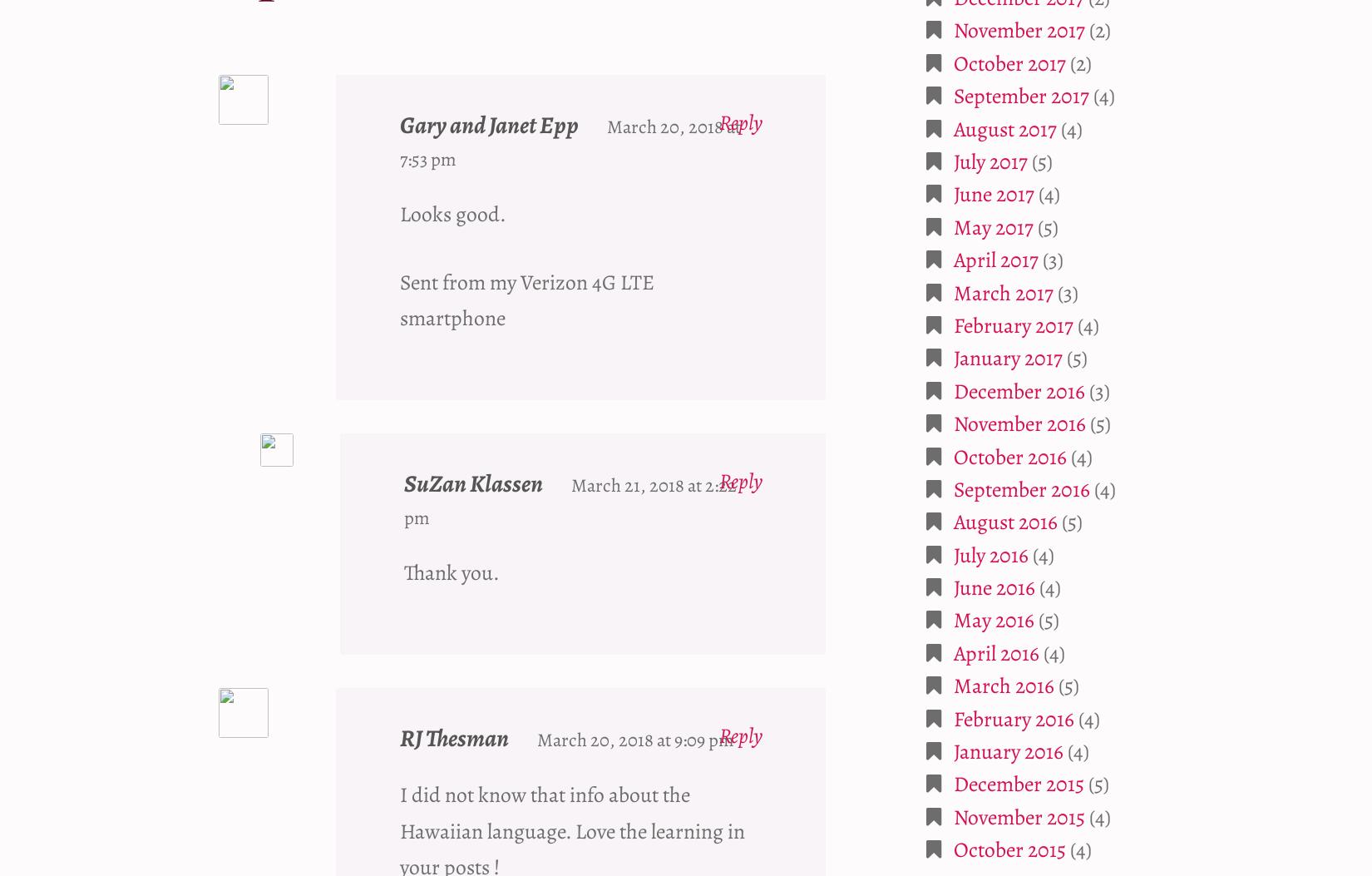 Image resolution: width=1372 pixels, height=876 pixels. What do you see at coordinates (451, 572) in the screenshot?
I see `'Thank you.'` at bounding box center [451, 572].